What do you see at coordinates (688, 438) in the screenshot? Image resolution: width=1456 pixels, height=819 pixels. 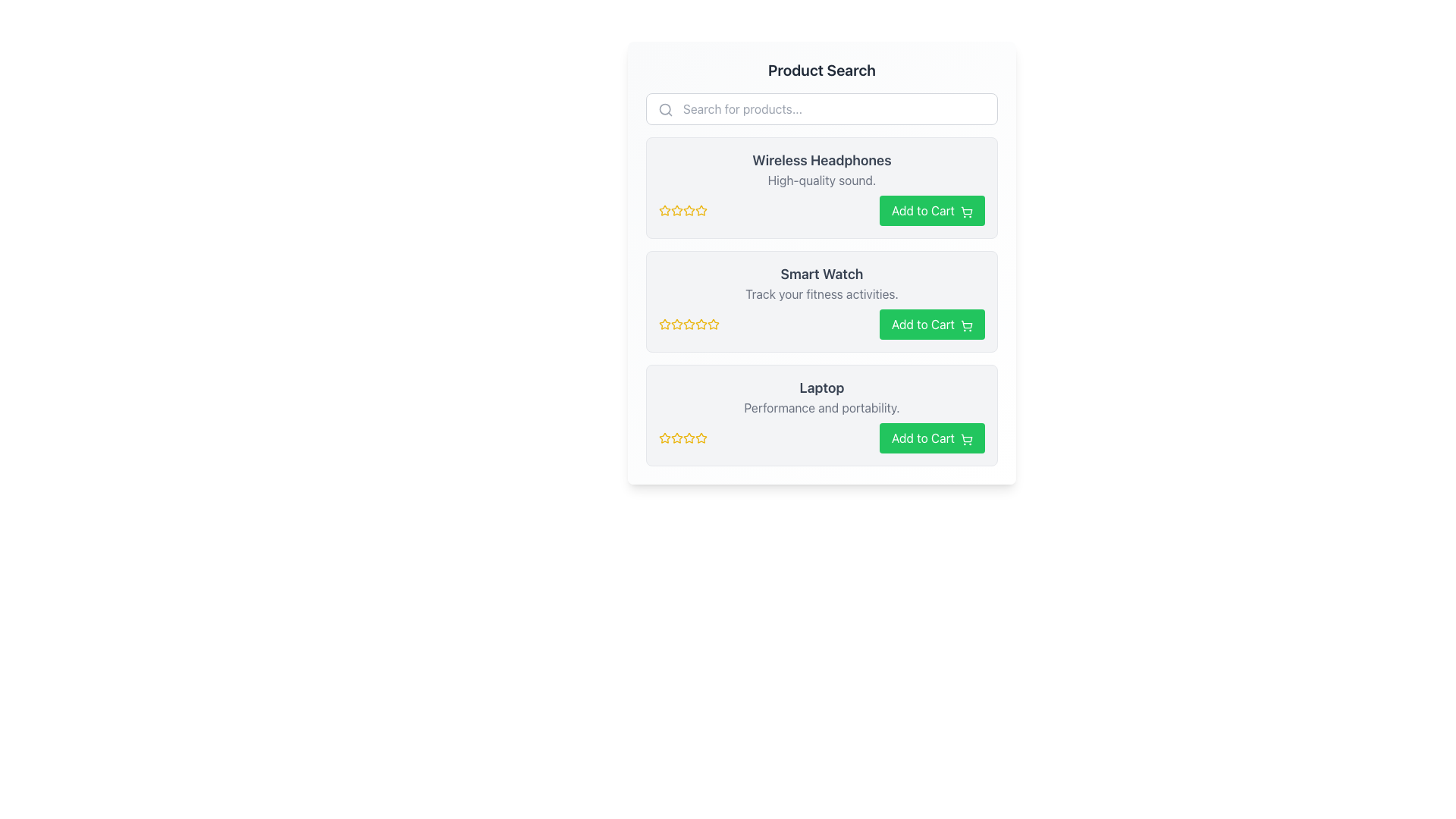 I see `the fifth Rating Star Icon in the Laptop product section` at bounding box center [688, 438].